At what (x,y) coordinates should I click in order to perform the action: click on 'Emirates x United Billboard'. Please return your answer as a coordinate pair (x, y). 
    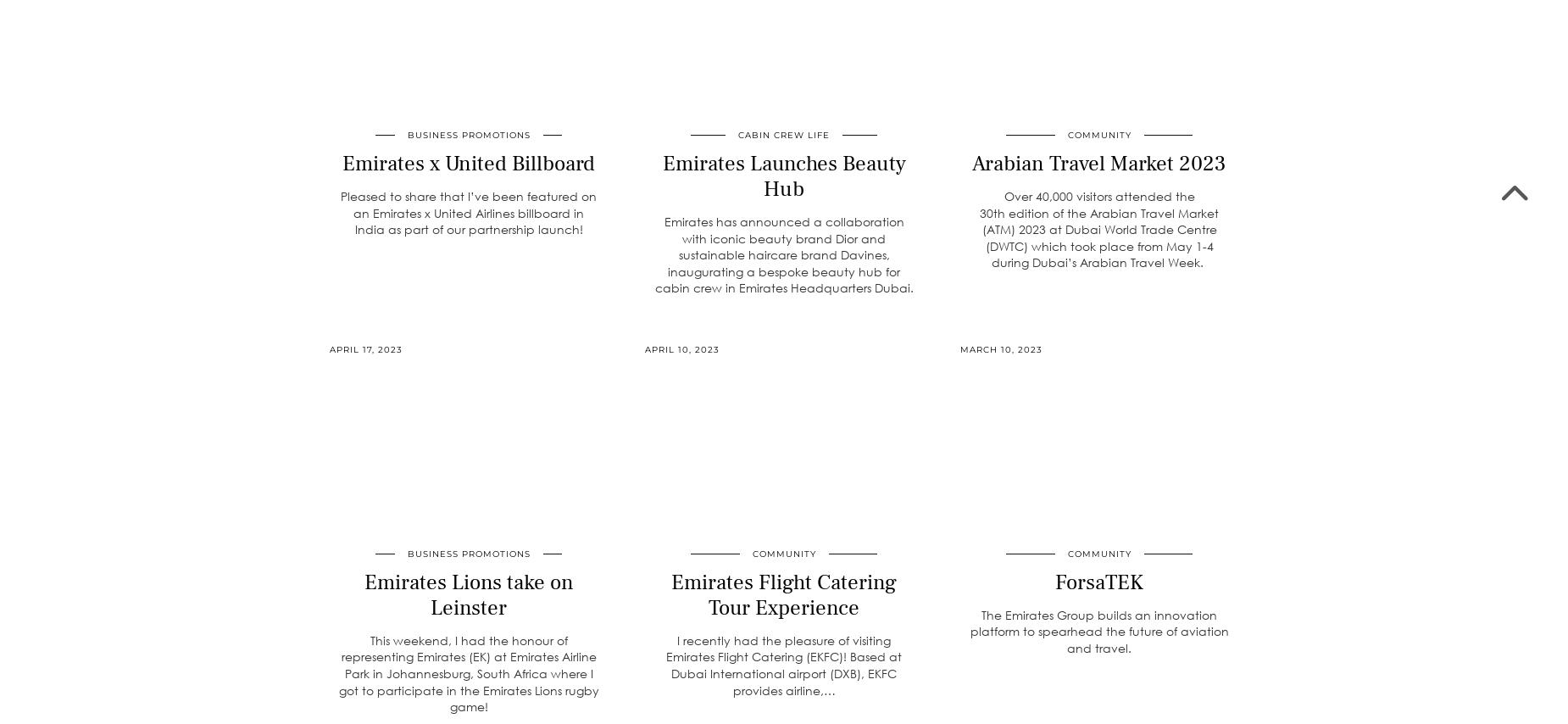
    Looking at the image, I should click on (468, 161).